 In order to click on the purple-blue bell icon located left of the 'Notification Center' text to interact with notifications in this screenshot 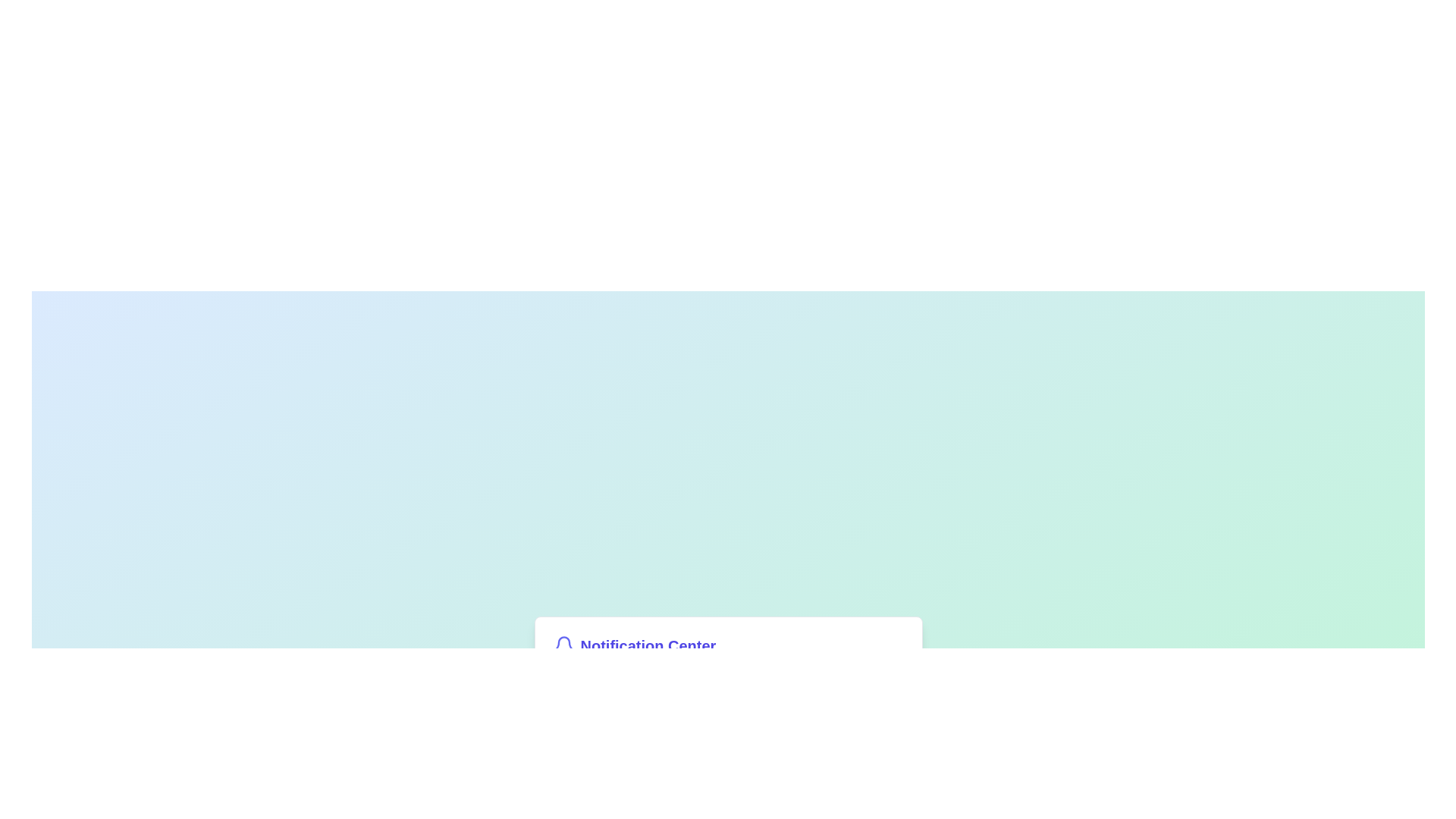, I will do `click(563, 646)`.